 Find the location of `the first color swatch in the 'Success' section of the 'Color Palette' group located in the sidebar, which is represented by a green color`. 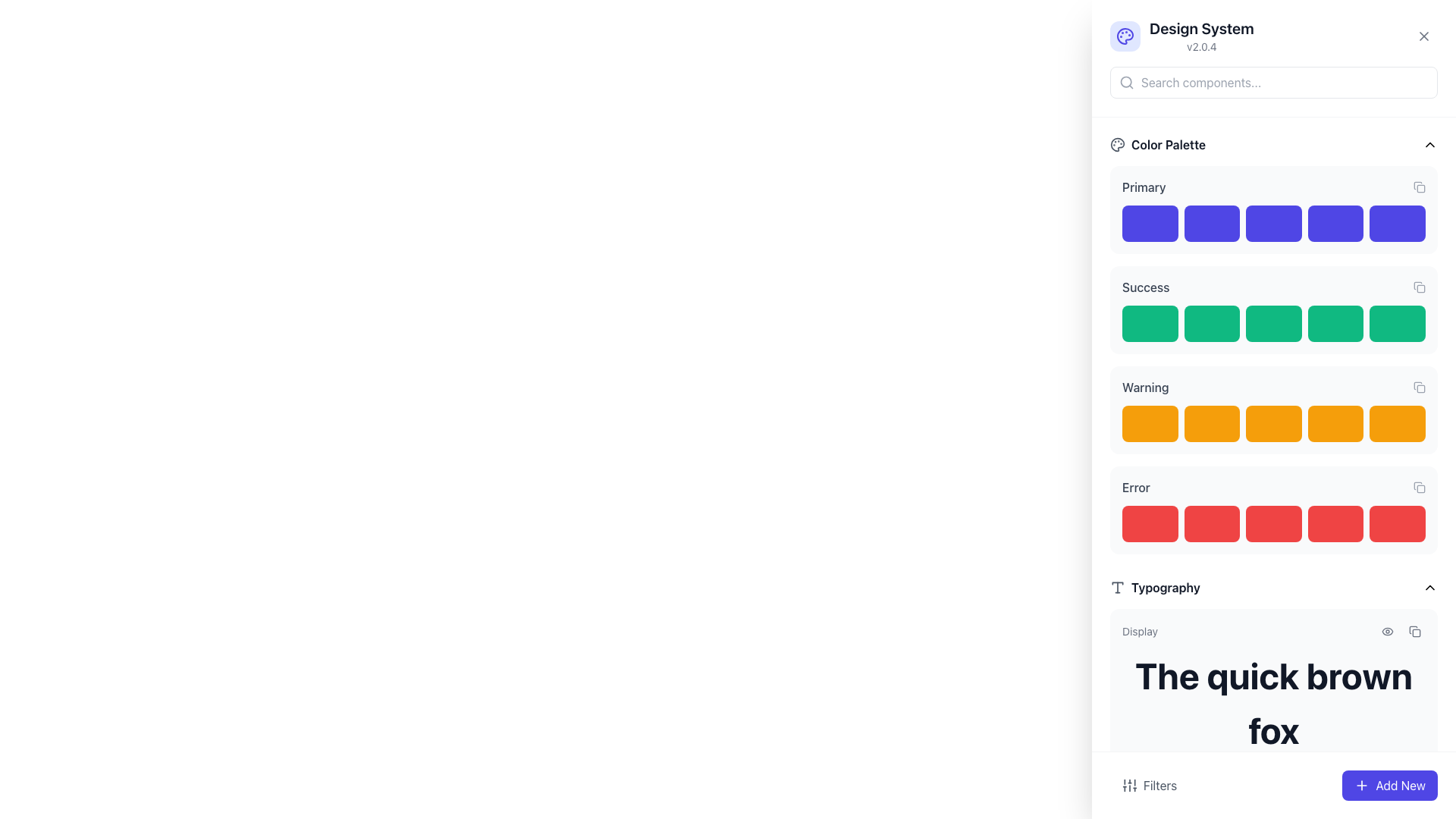

the first color swatch in the 'Success' section of the 'Color Palette' group located in the sidebar, which is represented by a green color is located at coordinates (1150, 323).